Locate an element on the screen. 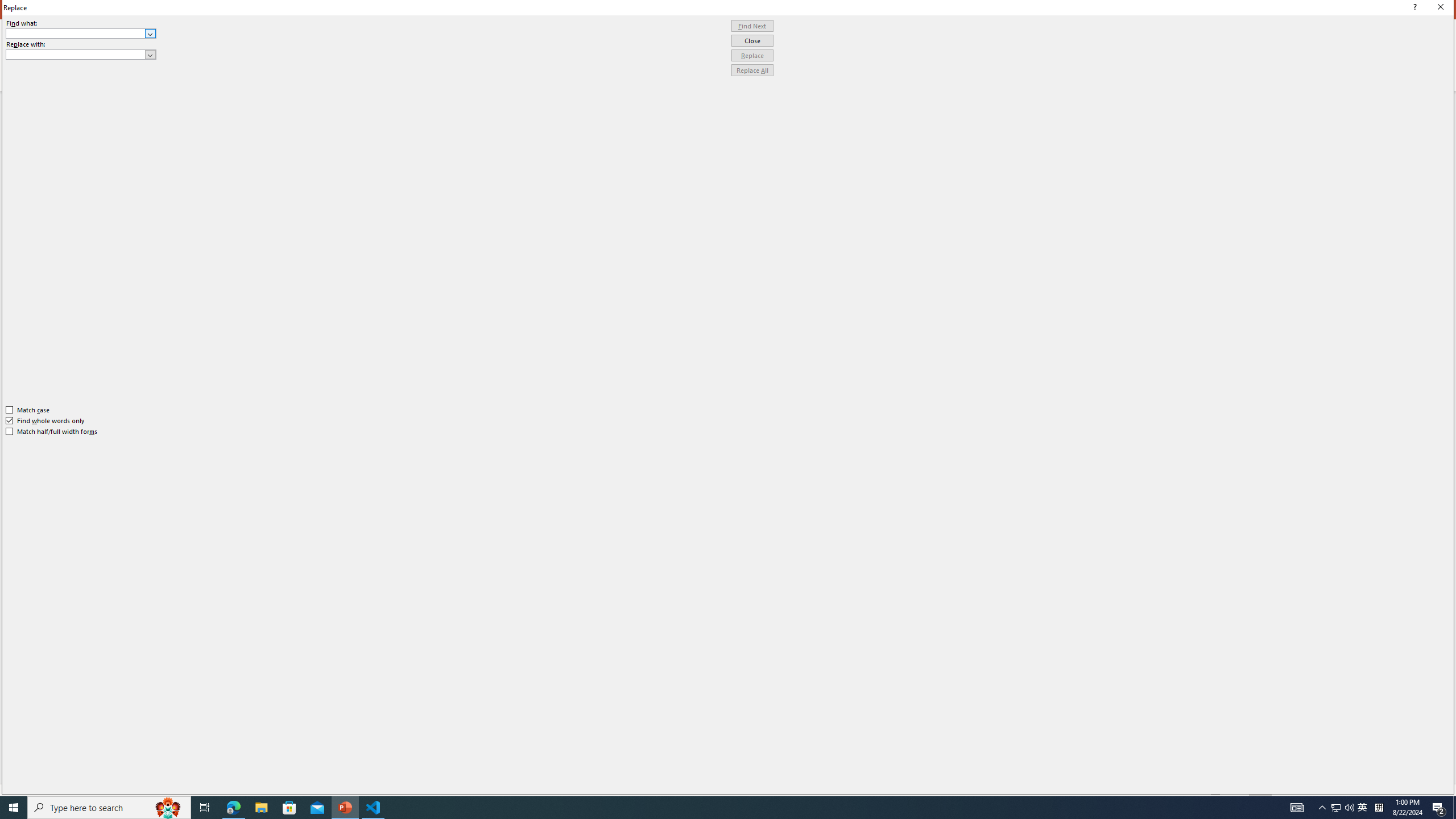 The image size is (1456, 819). 'Find what' is located at coordinates (76, 33).